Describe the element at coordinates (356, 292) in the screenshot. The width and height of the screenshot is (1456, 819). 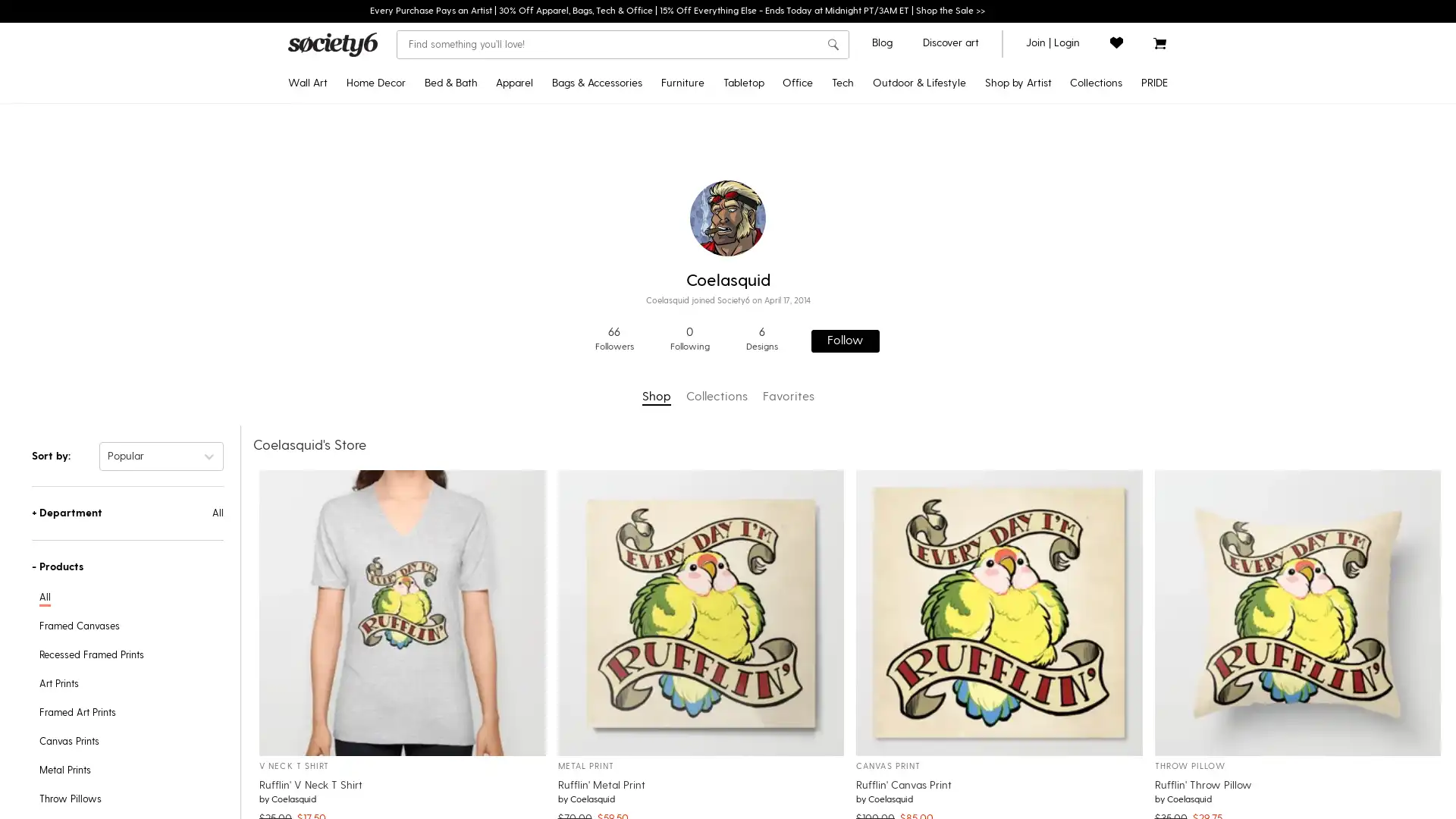
I see `Floating Acrylic Prints` at that location.